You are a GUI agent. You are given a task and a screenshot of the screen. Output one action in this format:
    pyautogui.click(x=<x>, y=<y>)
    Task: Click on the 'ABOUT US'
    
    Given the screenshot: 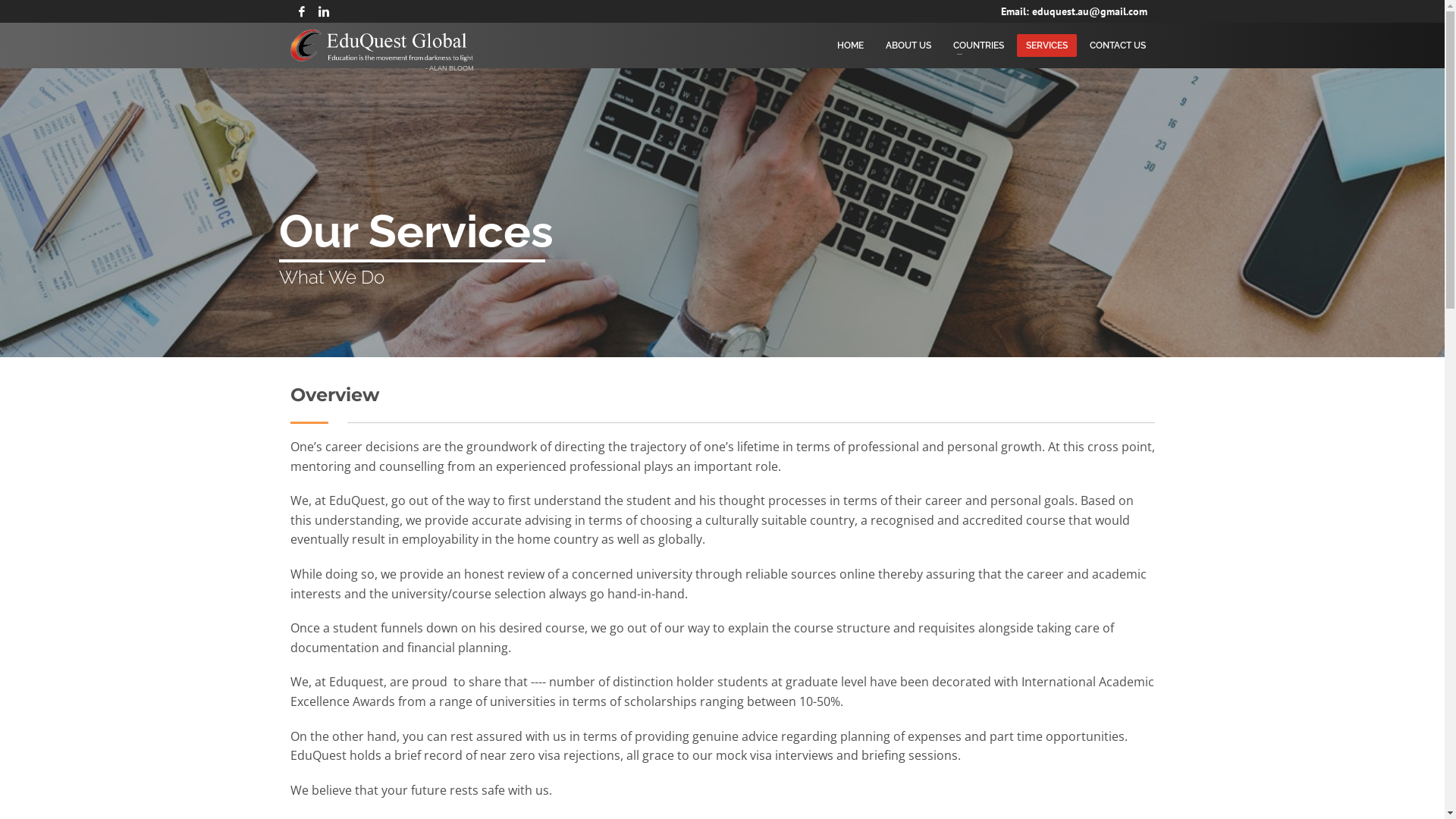 What is the action you would take?
    pyautogui.click(x=877, y=45)
    